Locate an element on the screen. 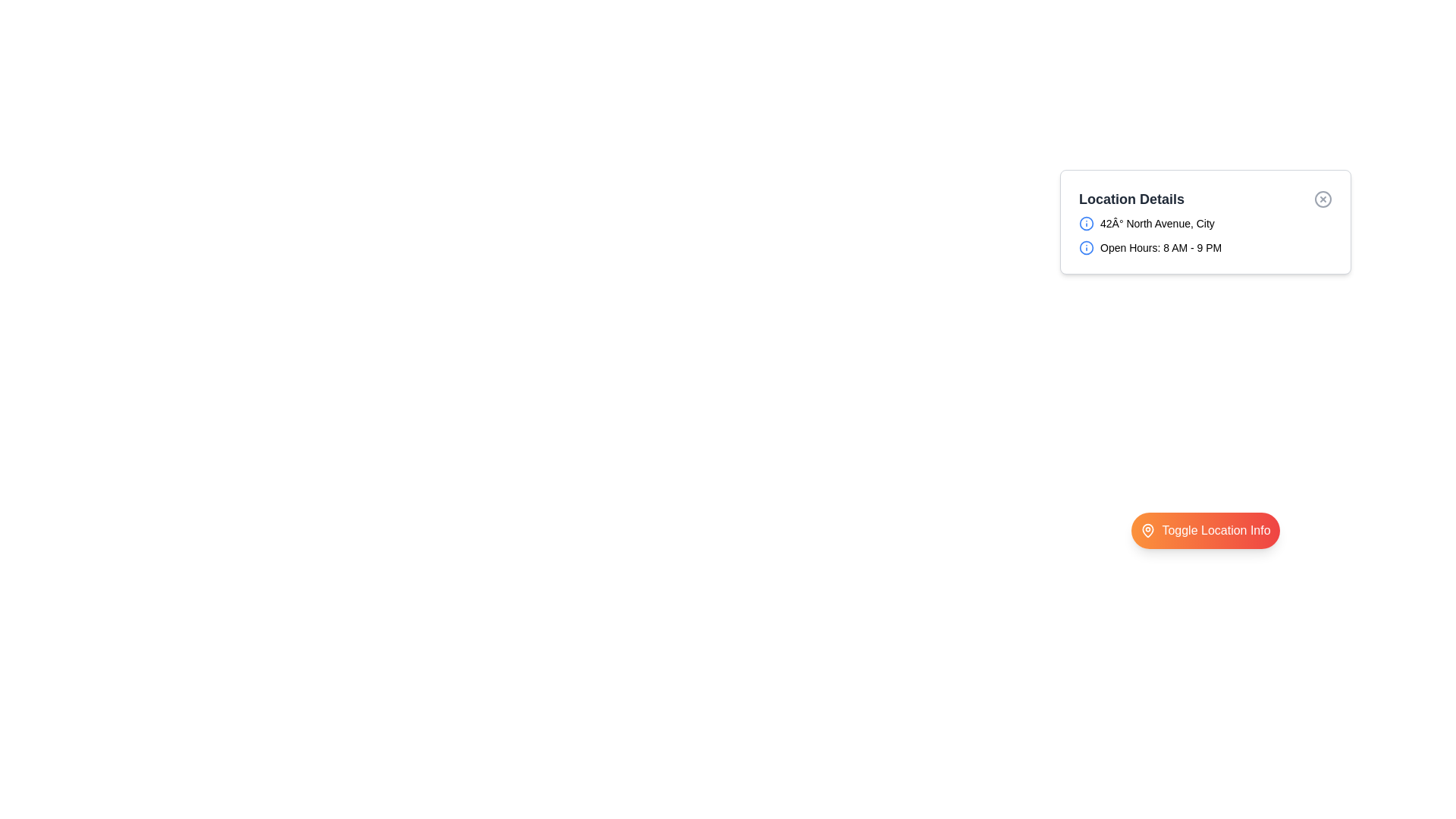 The height and width of the screenshot is (819, 1456). the circular blue outlined information icon with an 'i' symbol located within the '42° North Avenue, City' group in the 'Location Details' panel to retrieve information is located at coordinates (1086, 223).